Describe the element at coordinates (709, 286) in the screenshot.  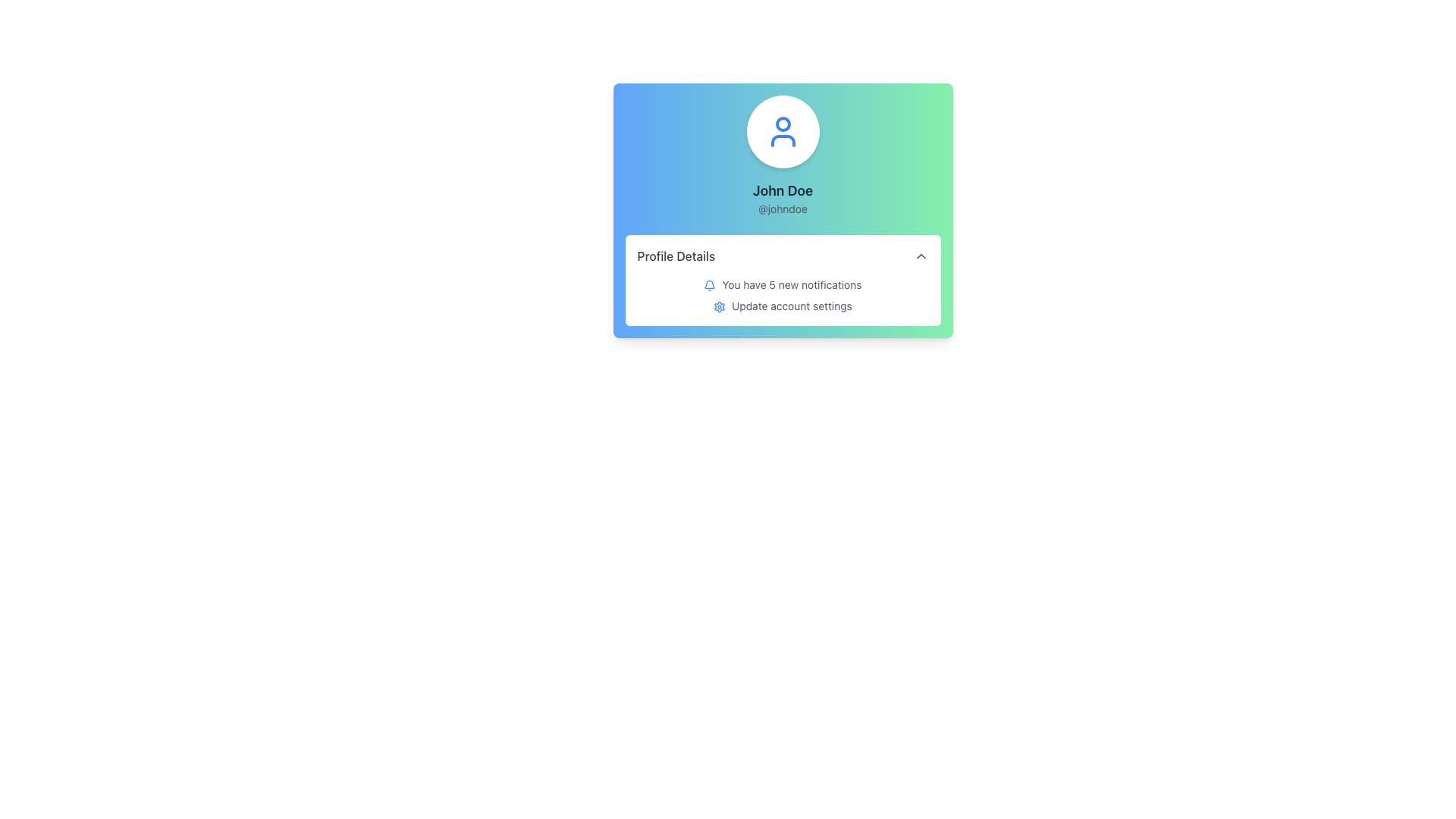
I see `the blue bell icon located to the immediate left of the text 'You have 5 new notifications' in the Profile Details section` at that location.